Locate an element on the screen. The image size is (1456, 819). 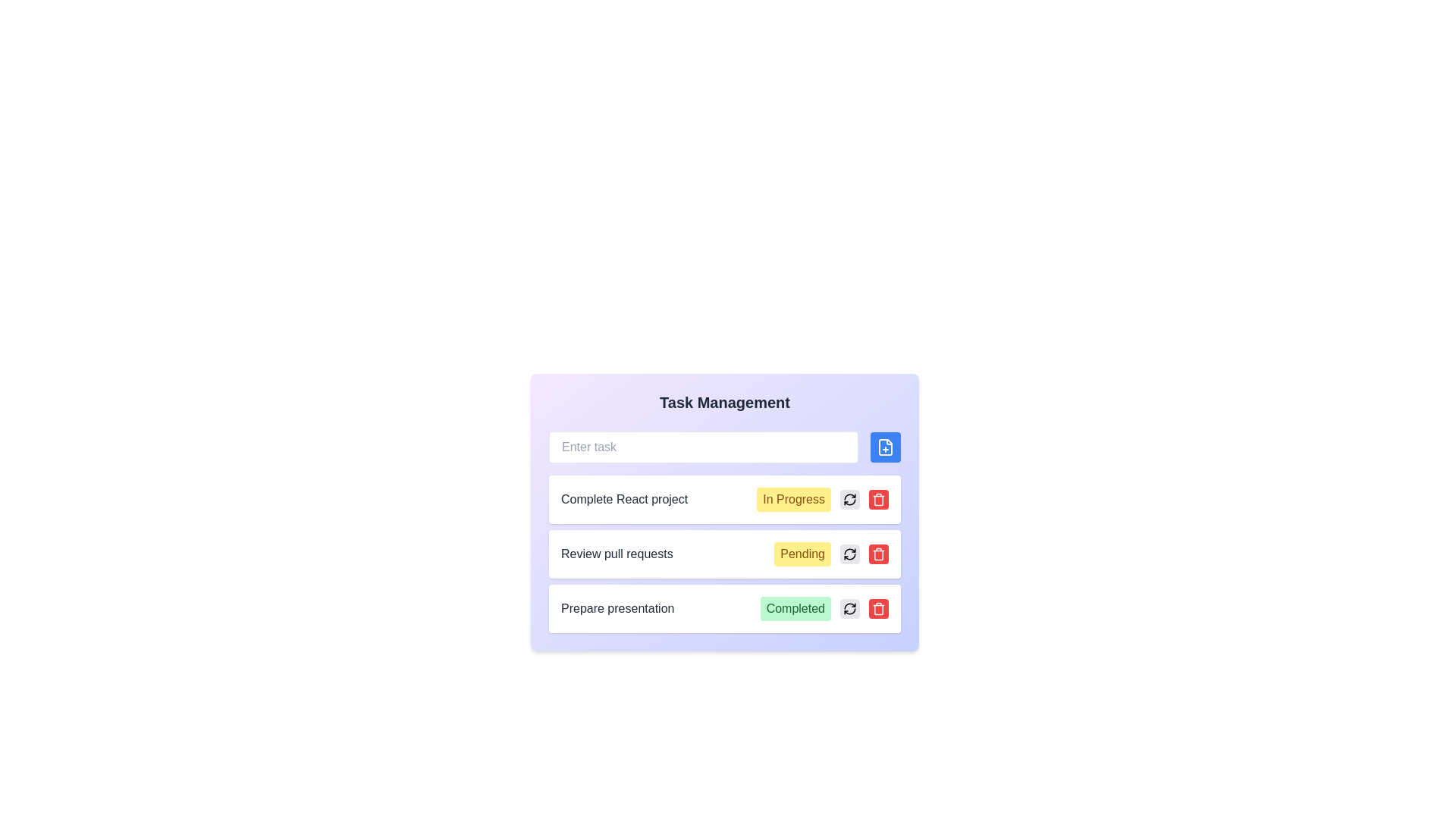
the 'In Progress' status label, which is a yellow badge with rounded corners displaying the text in brown, located in the task row for 'Complete React project' is located at coordinates (793, 500).